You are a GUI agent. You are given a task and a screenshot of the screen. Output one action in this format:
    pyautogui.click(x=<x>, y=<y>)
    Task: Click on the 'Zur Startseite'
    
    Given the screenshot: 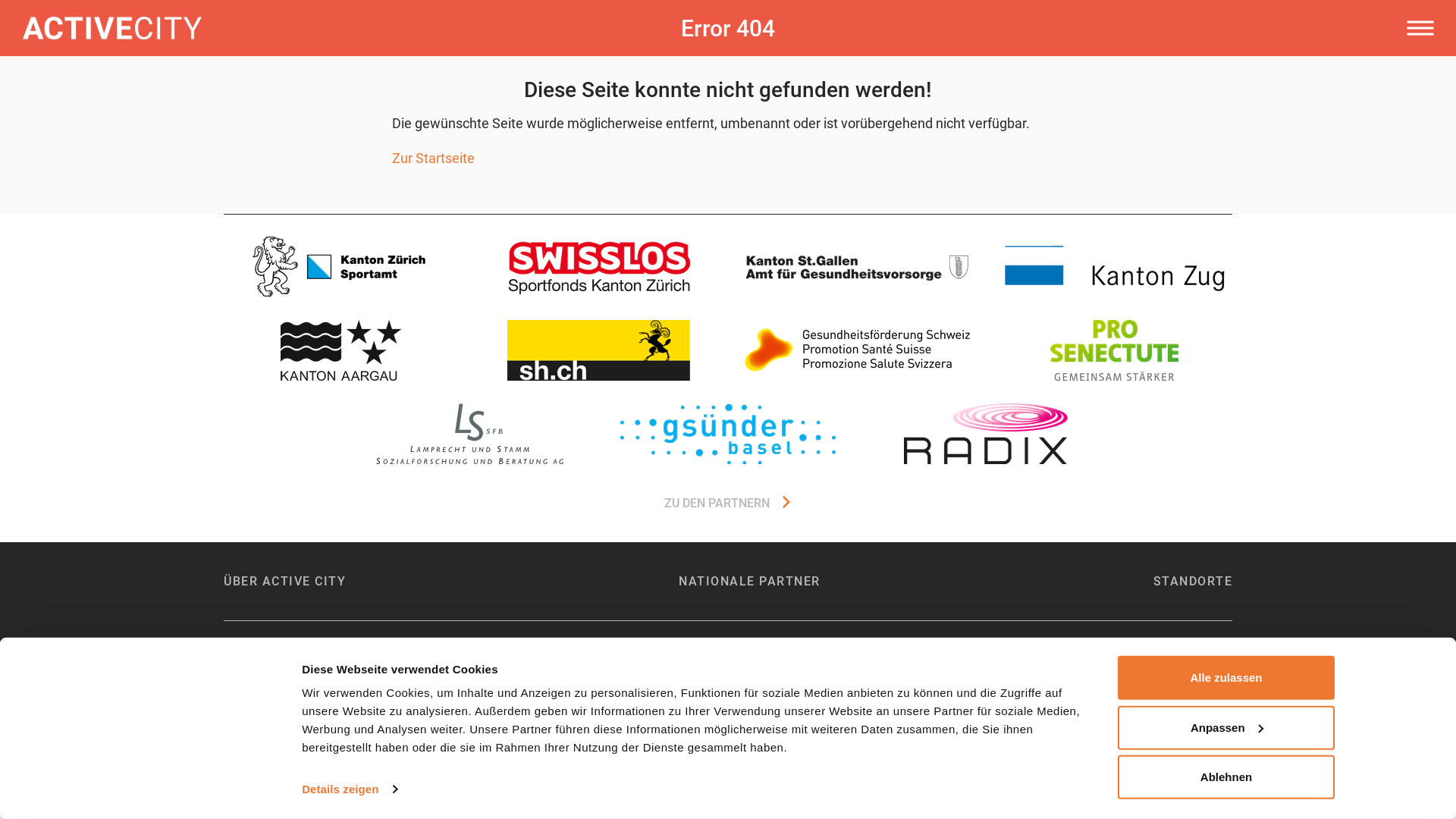 What is the action you would take?
    pyautogui.click(x=432, y=158)
    